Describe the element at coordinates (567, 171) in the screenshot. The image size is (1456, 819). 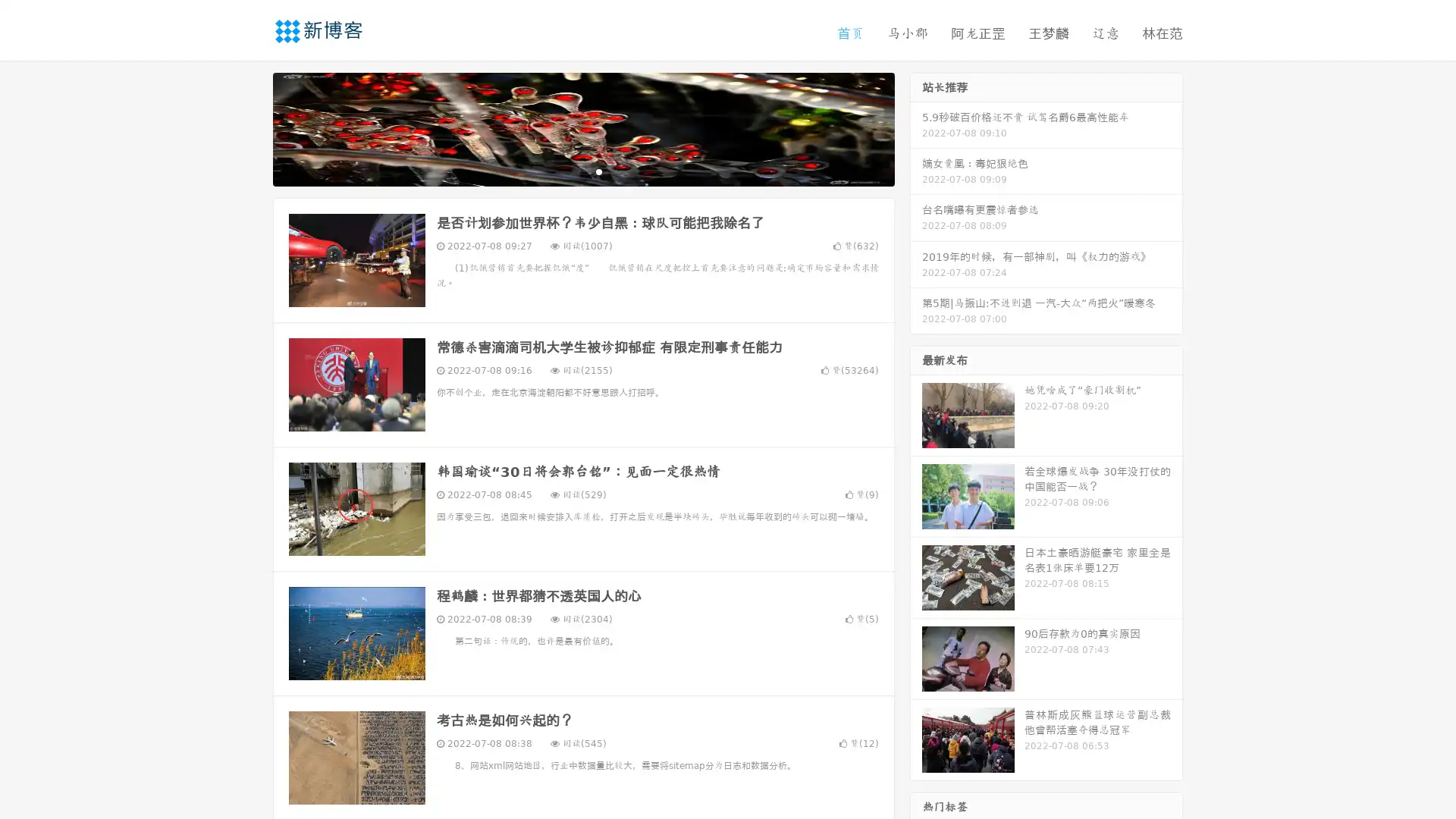
I see `Go to slide 1` at that location.